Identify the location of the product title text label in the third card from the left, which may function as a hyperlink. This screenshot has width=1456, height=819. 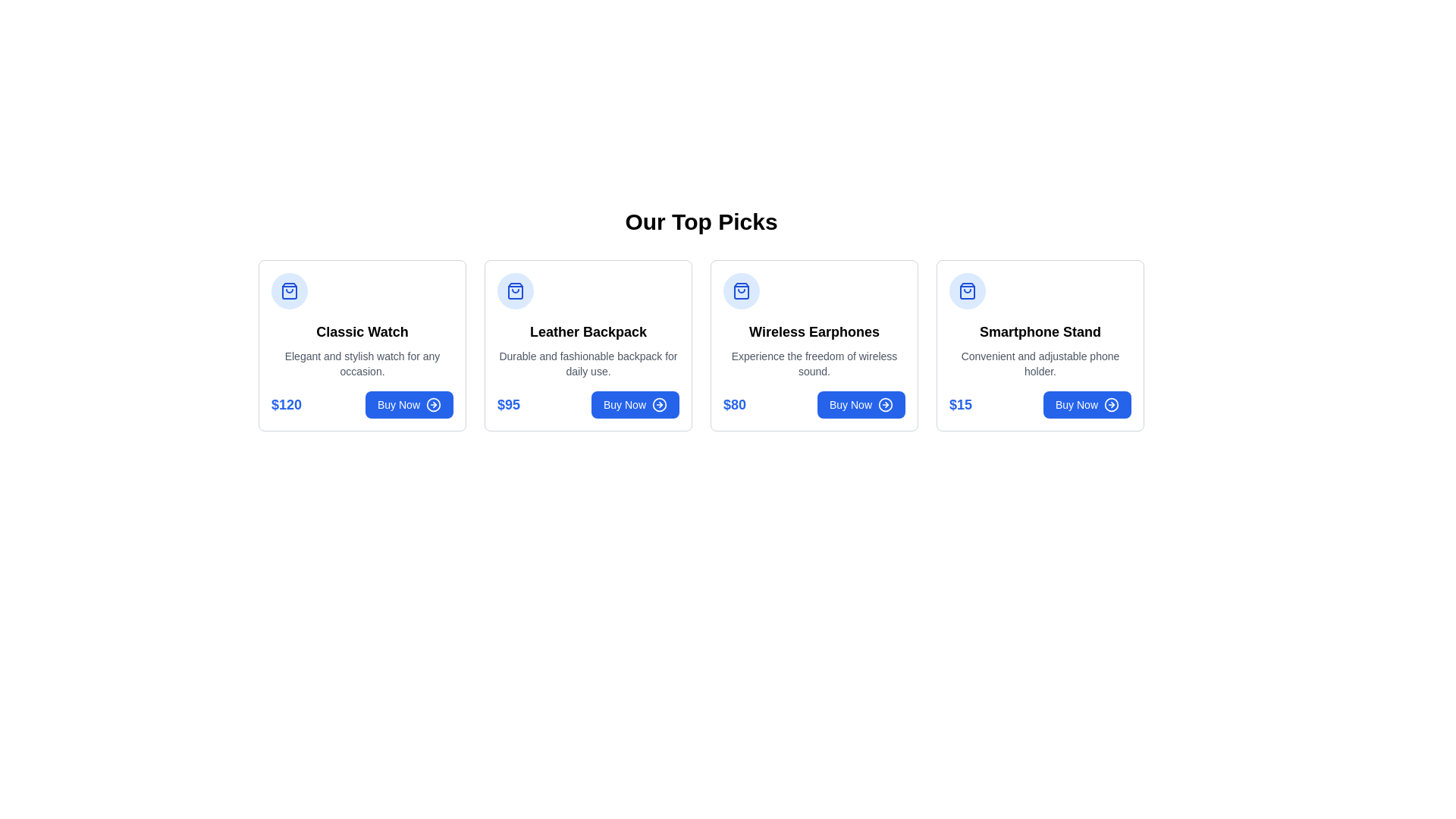
(814, 331).